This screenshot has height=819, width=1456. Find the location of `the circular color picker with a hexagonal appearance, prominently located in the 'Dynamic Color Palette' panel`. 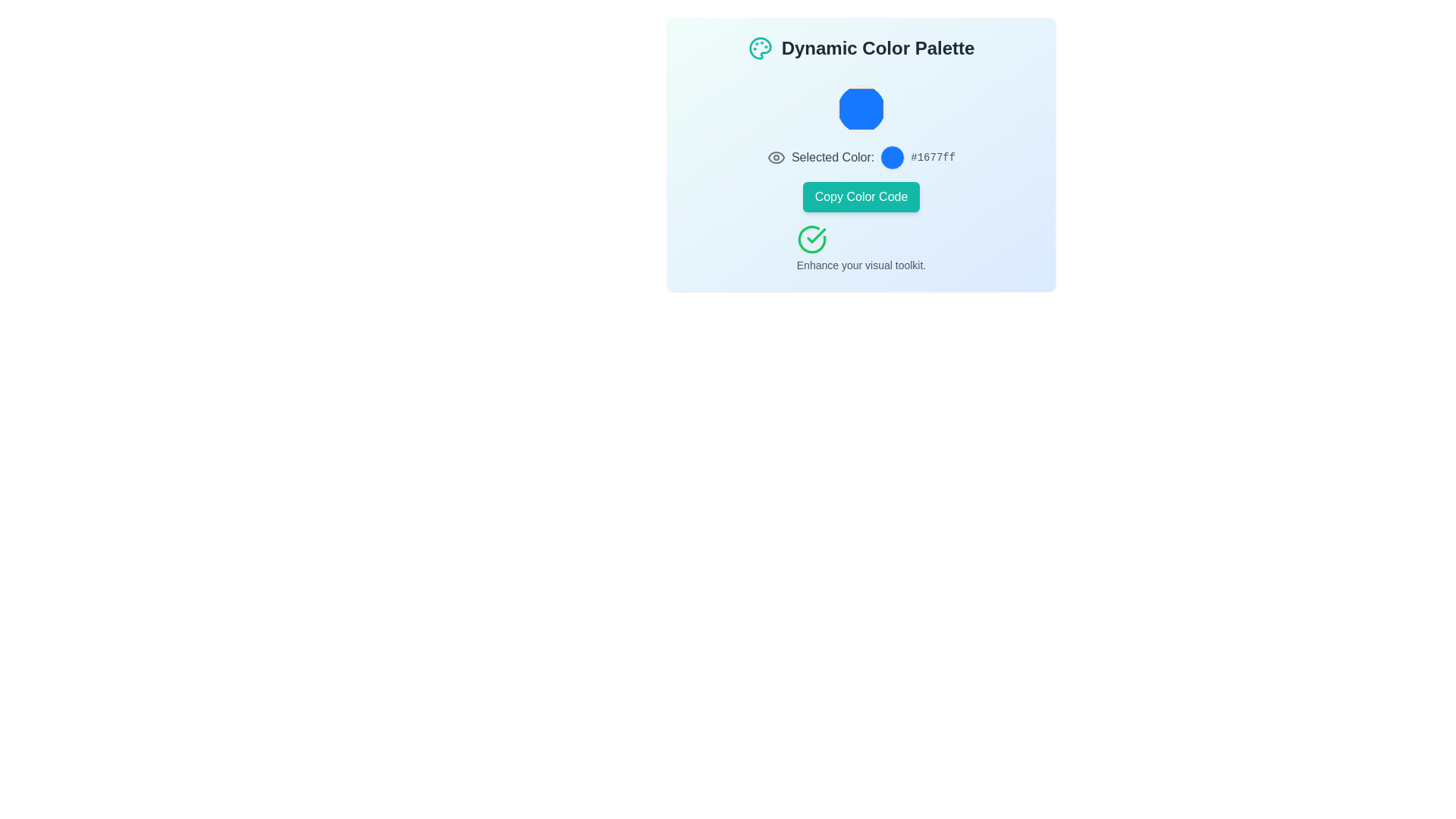

the circular color picker with a hexagonal appearance, prominently located in the 'Dynamic Color Palette' panel is located at coordinates (861, 108).